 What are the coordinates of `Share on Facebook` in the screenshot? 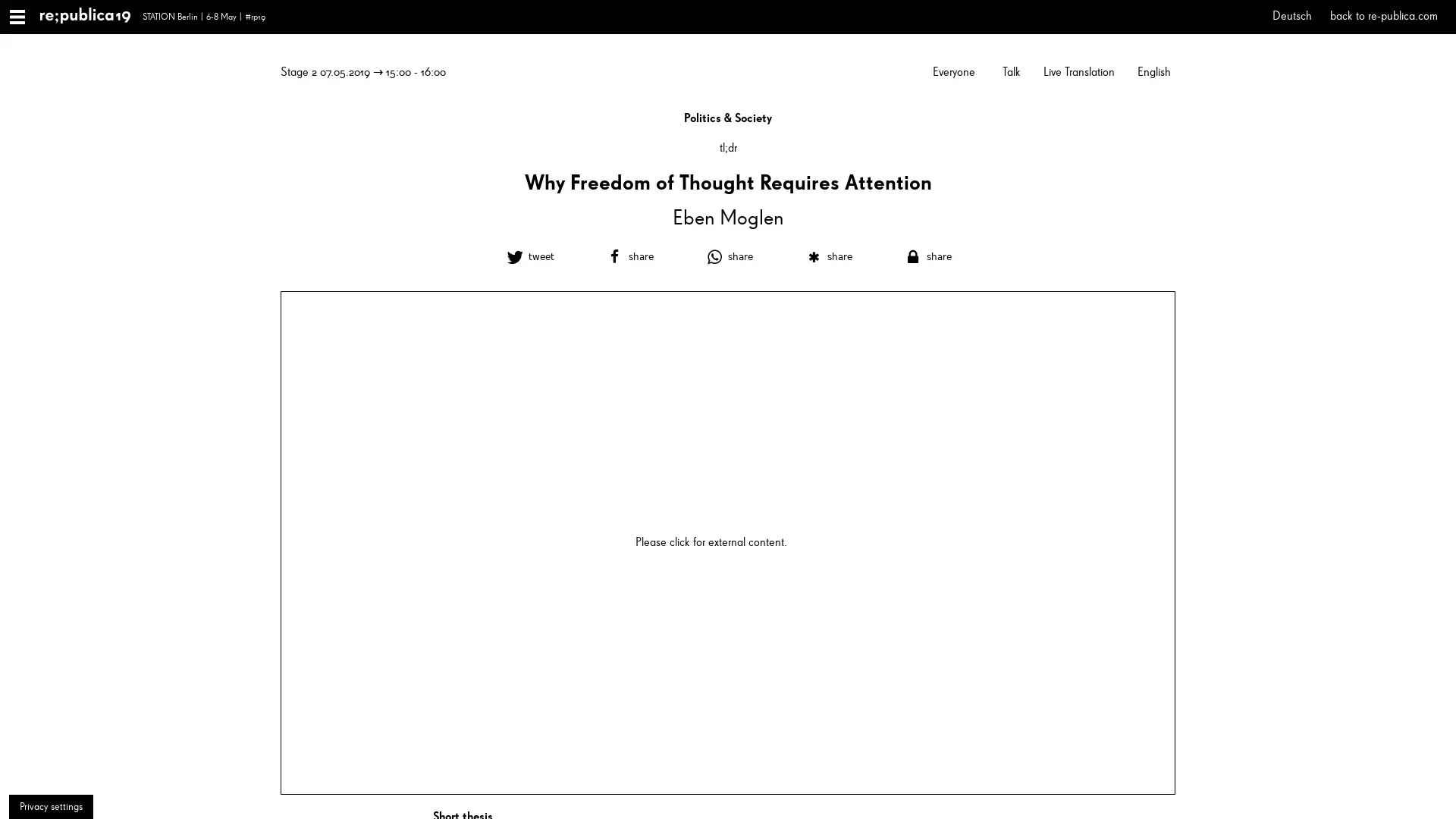 It's located at (628, 256).